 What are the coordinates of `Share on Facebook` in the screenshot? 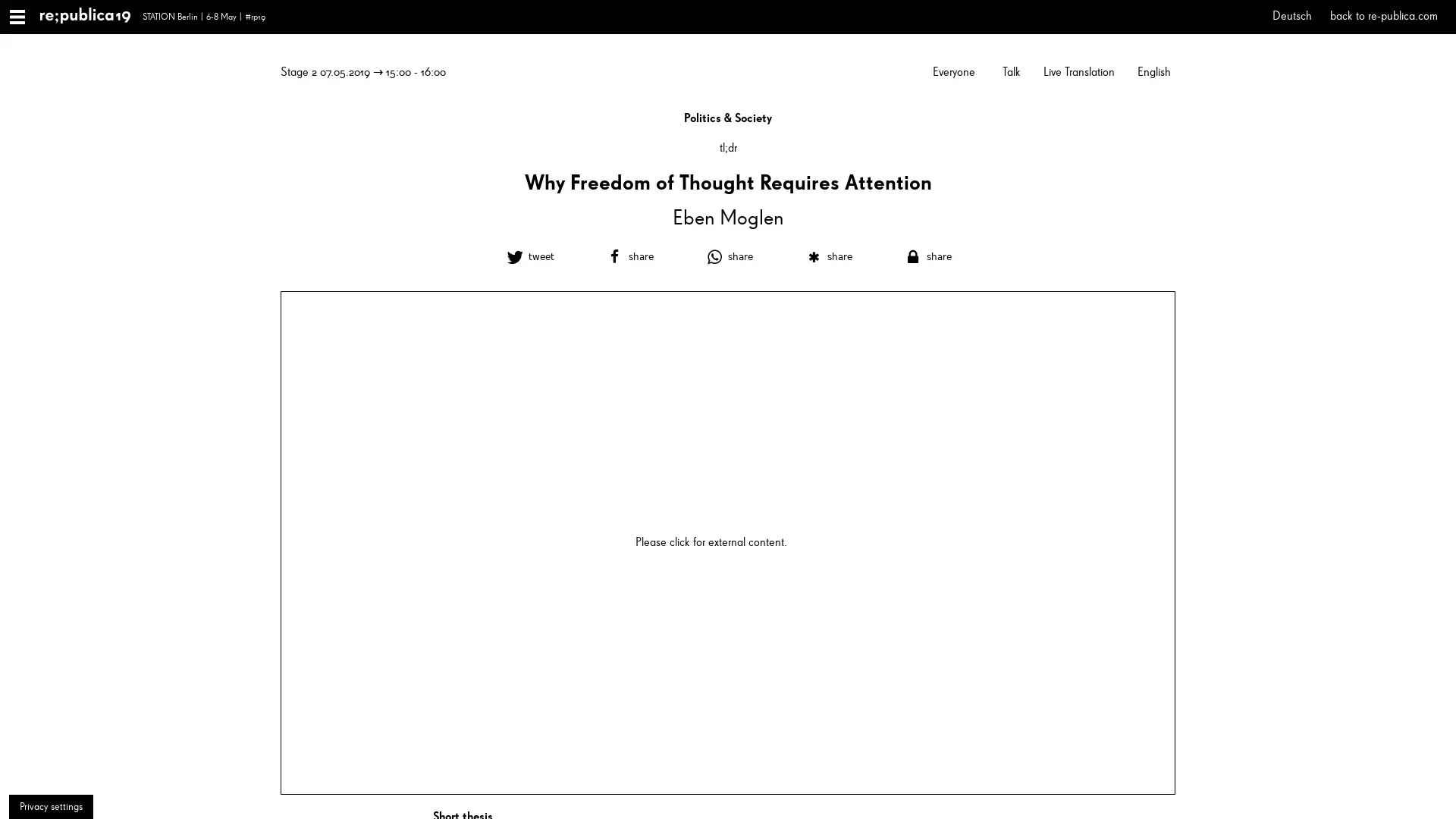 It's located at (628, 256).